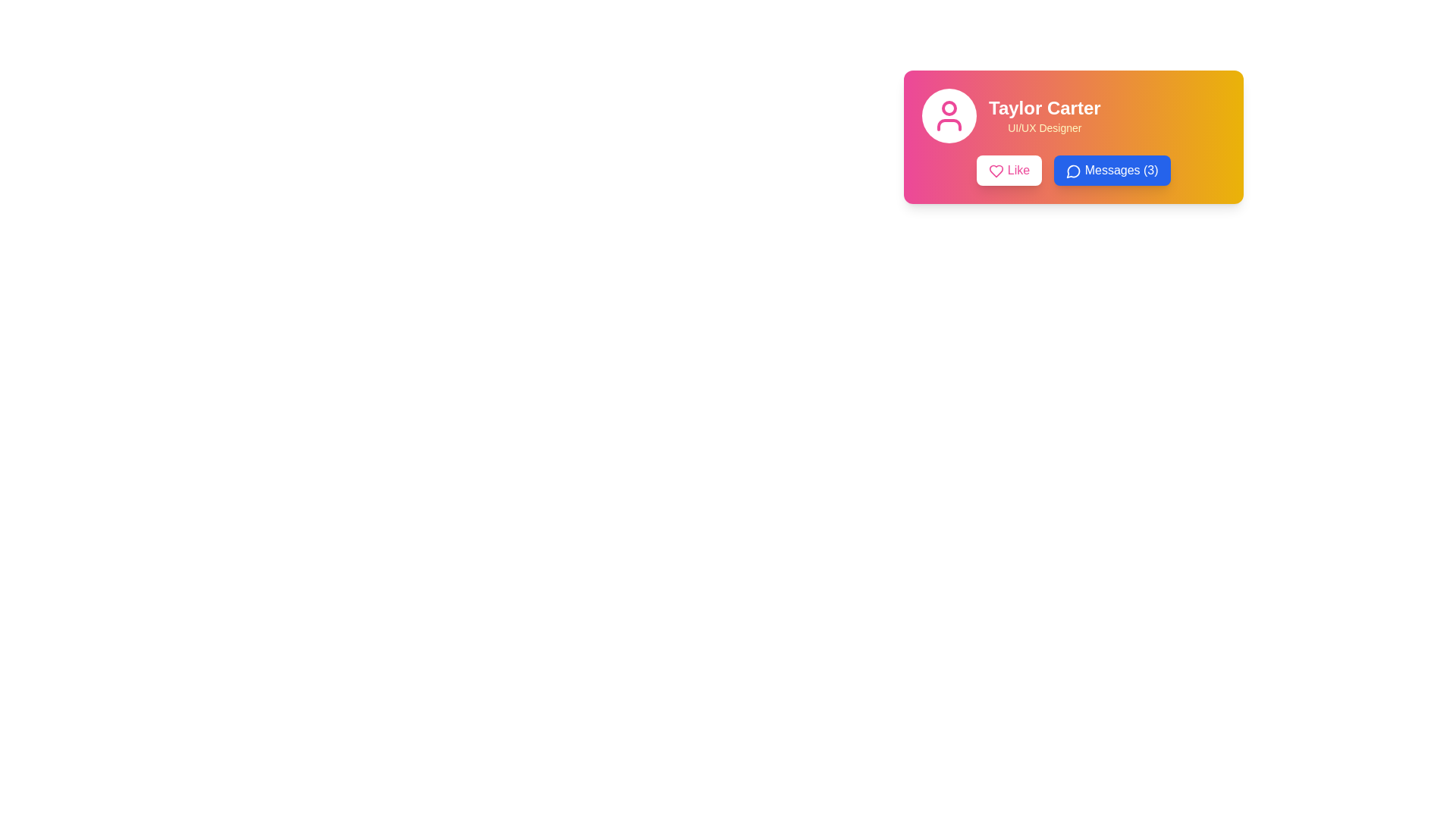 The width and height of the screenshot is (1456, 819). I want to click on the 'Like' button with pink text and a heart icon, so click(1009, 170).